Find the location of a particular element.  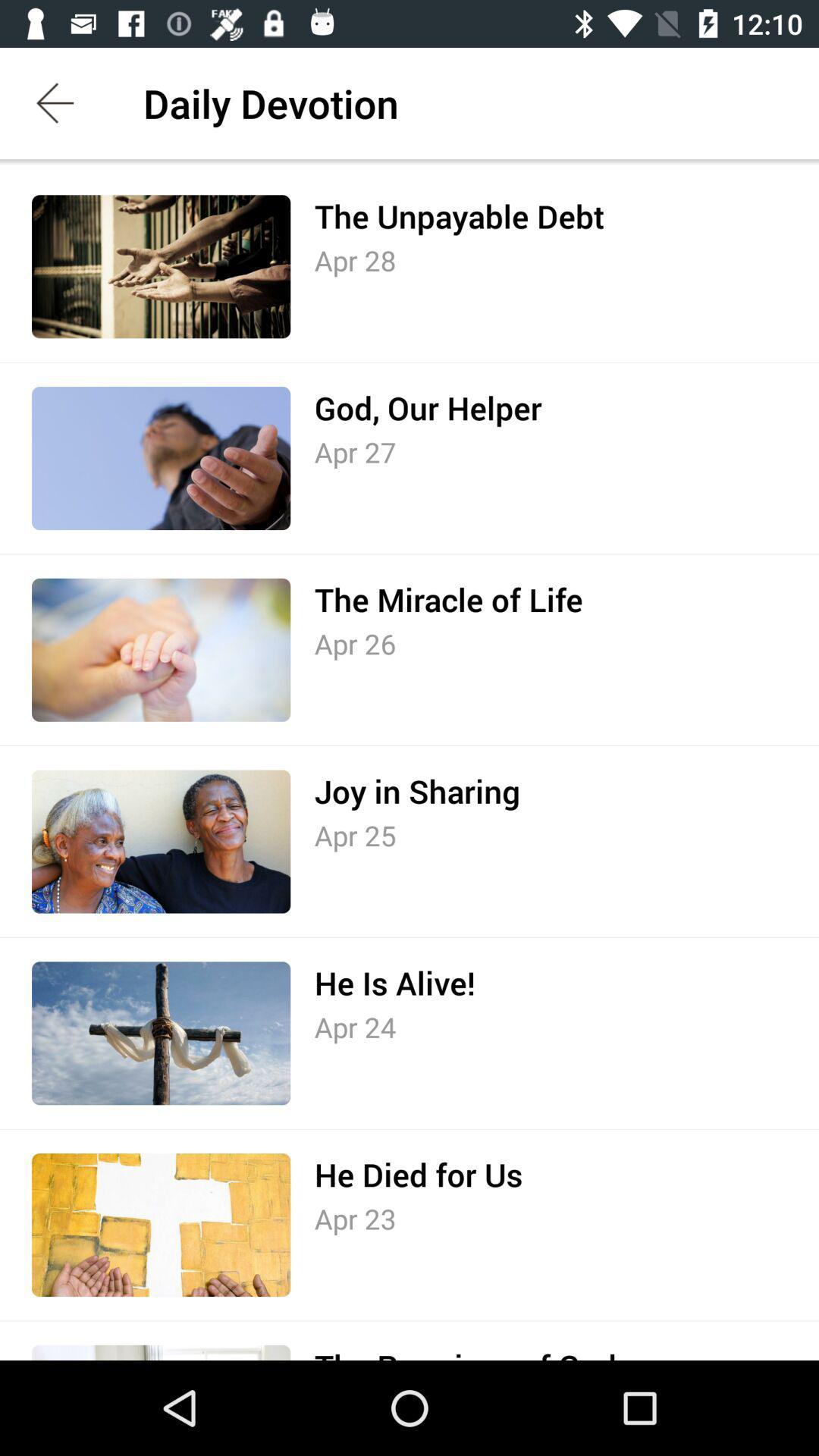

the item above the apr 25 item is located at coordinates (417, 790).